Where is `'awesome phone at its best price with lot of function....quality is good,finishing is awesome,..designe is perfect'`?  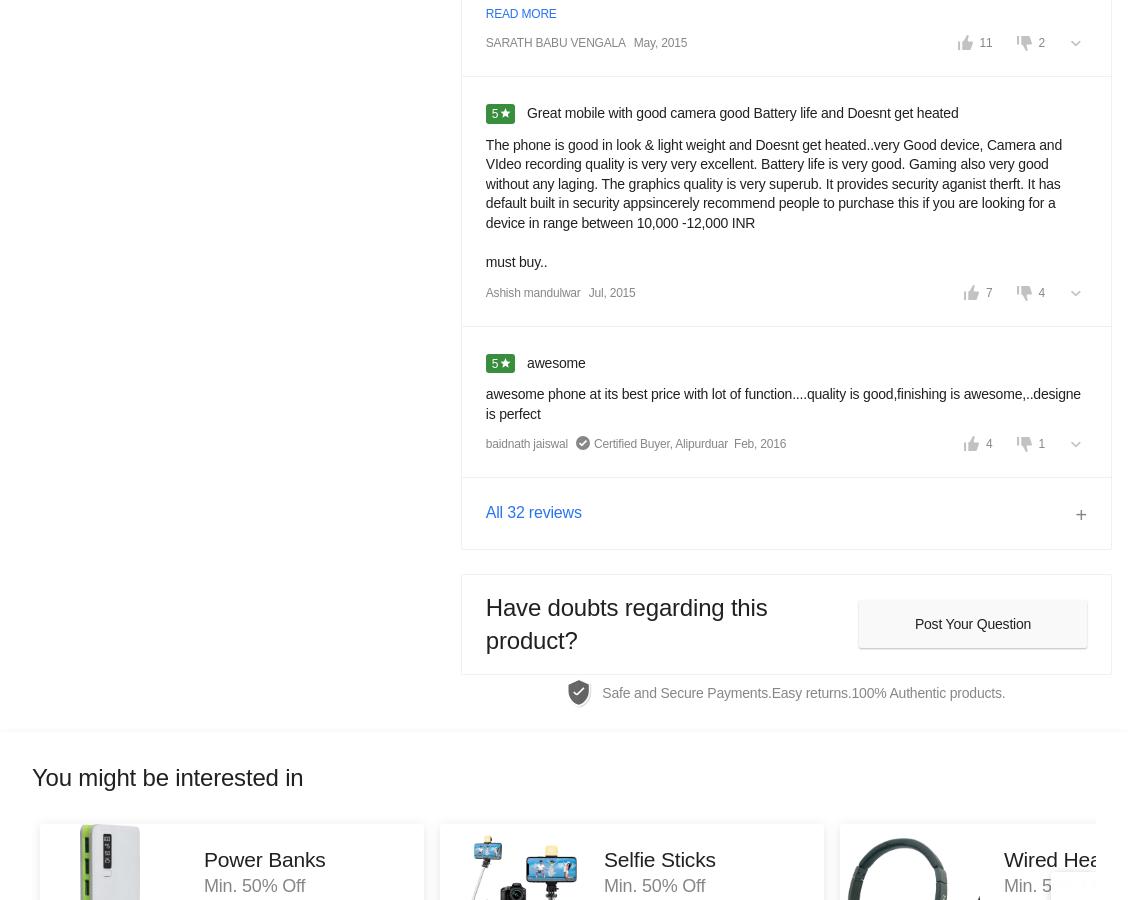 'awesome phone at its best price with lot of function....quality is good,finishing is awesome,..designe is perfect' is located at coordinates (782, 403).